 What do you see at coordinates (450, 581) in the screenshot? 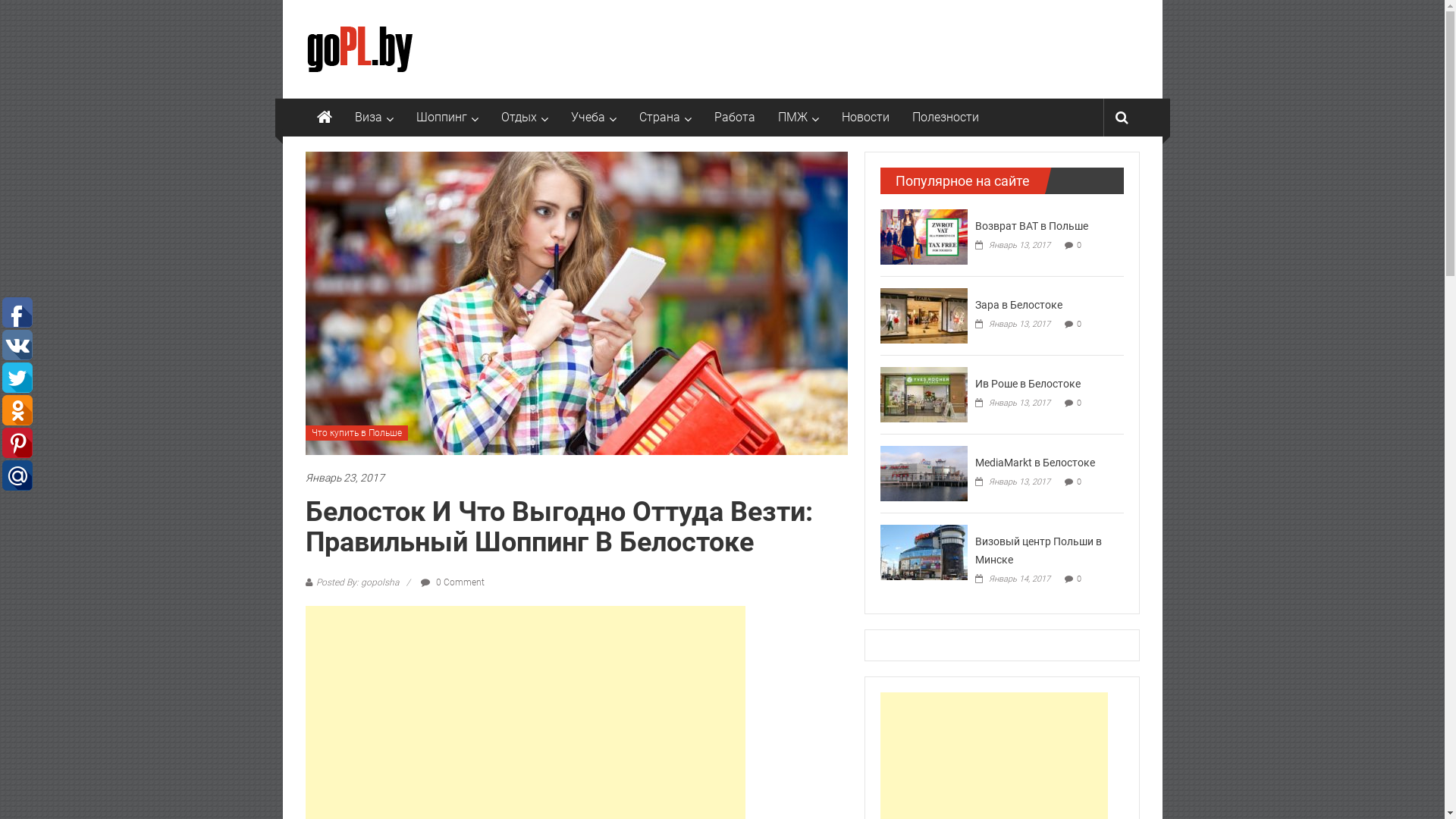
I see `'0 Comment'` at bounding box center [450, 581].